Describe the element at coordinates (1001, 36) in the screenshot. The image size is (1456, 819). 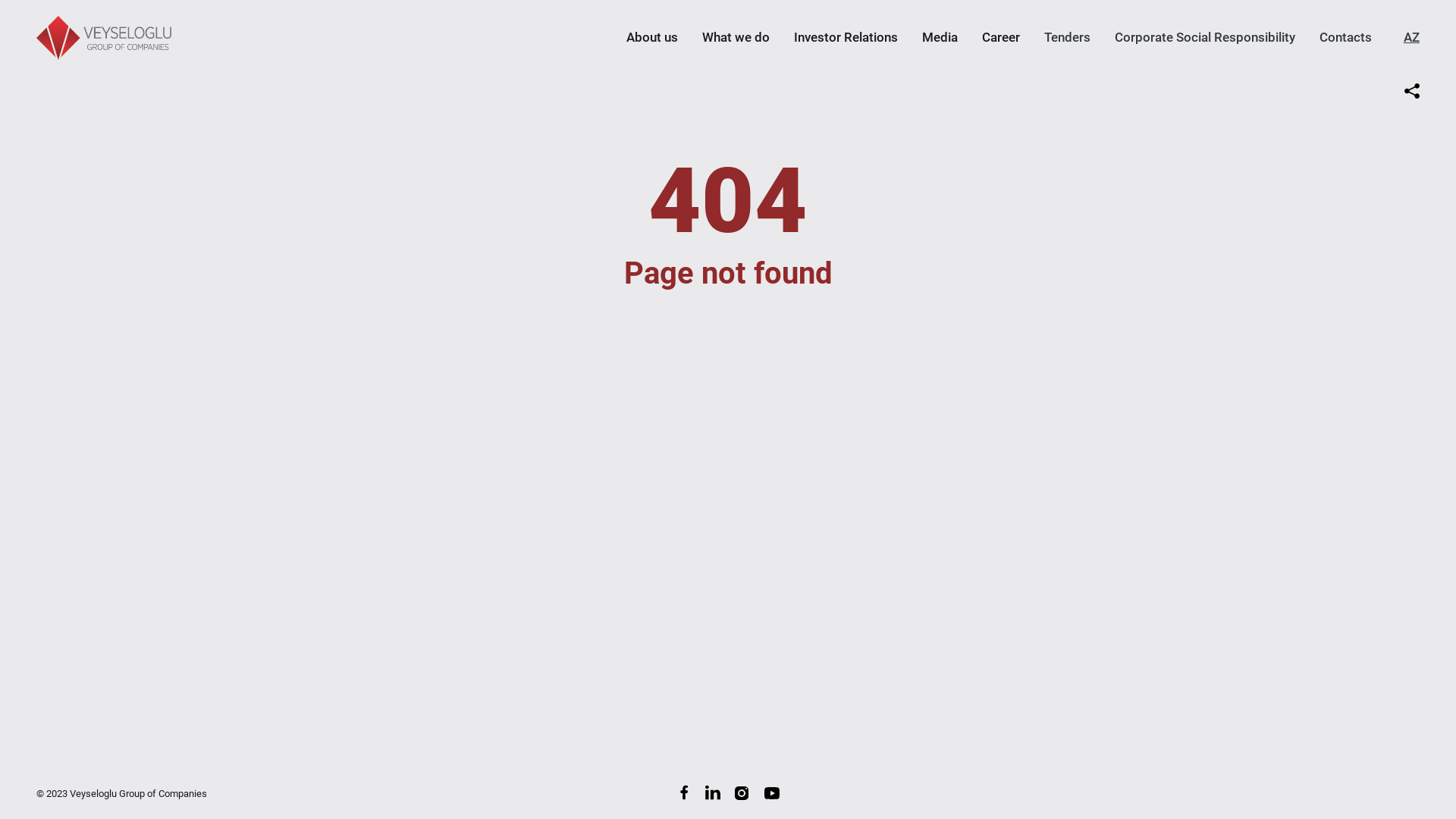
I see `'Career'` at that location.